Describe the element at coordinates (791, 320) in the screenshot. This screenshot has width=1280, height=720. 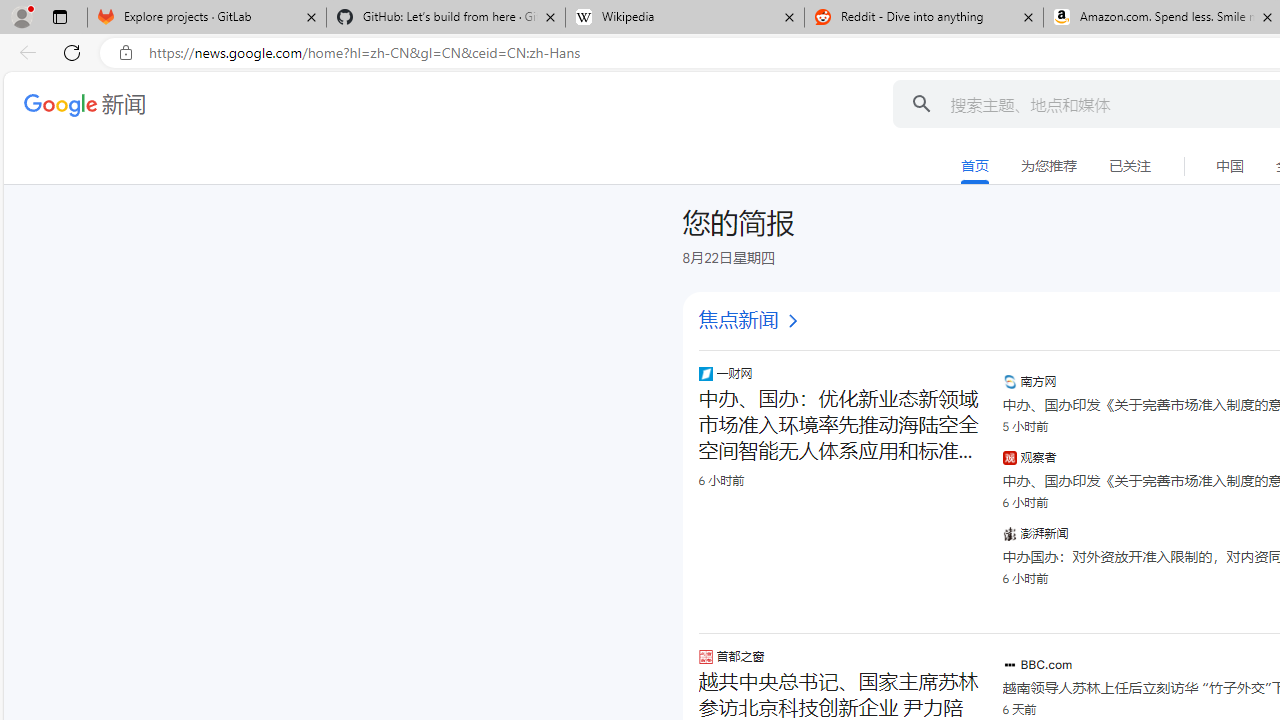
I see `'AutomationID: i10'` at that location.